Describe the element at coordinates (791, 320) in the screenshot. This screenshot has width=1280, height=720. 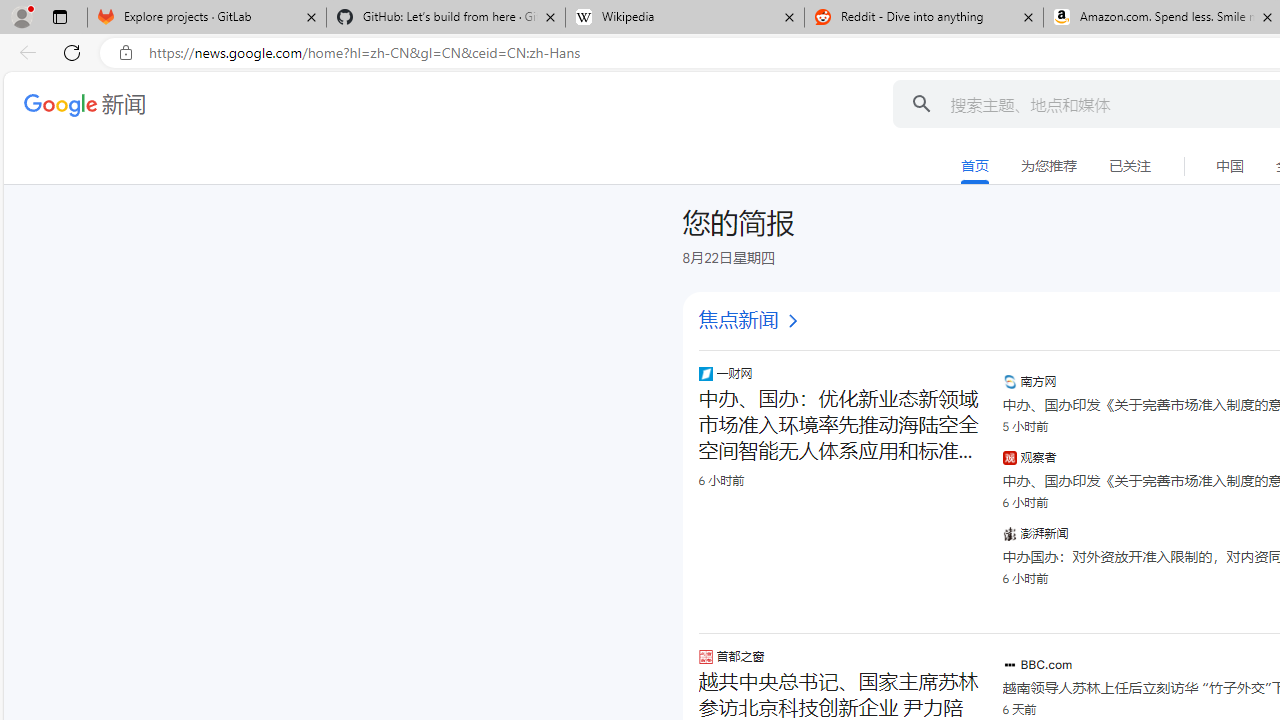
I see `'AutomationID: i10'` at that location.